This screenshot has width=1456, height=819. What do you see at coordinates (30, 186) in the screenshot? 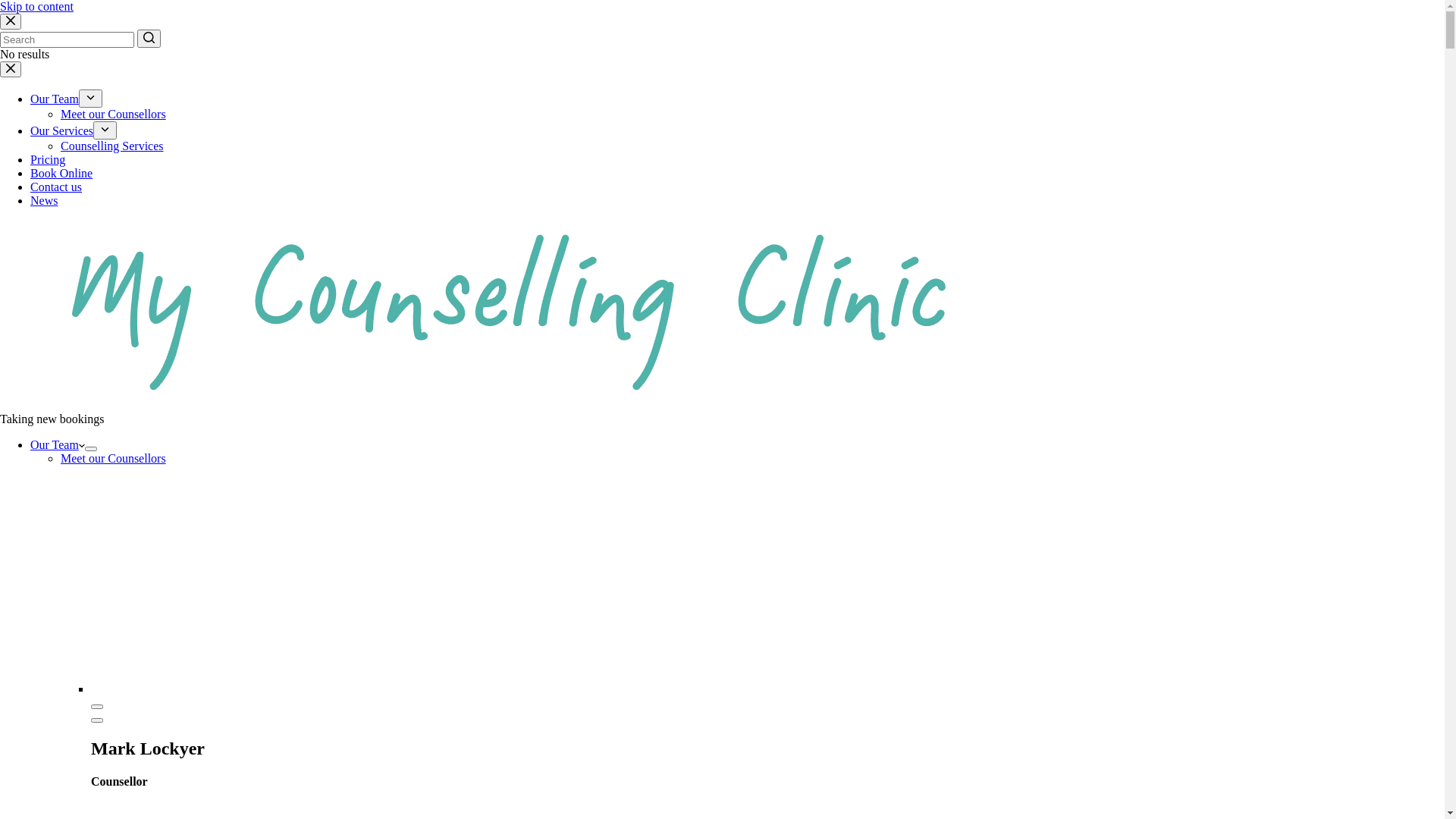
I see `'Contact us'` at bounding box center [30, 186].